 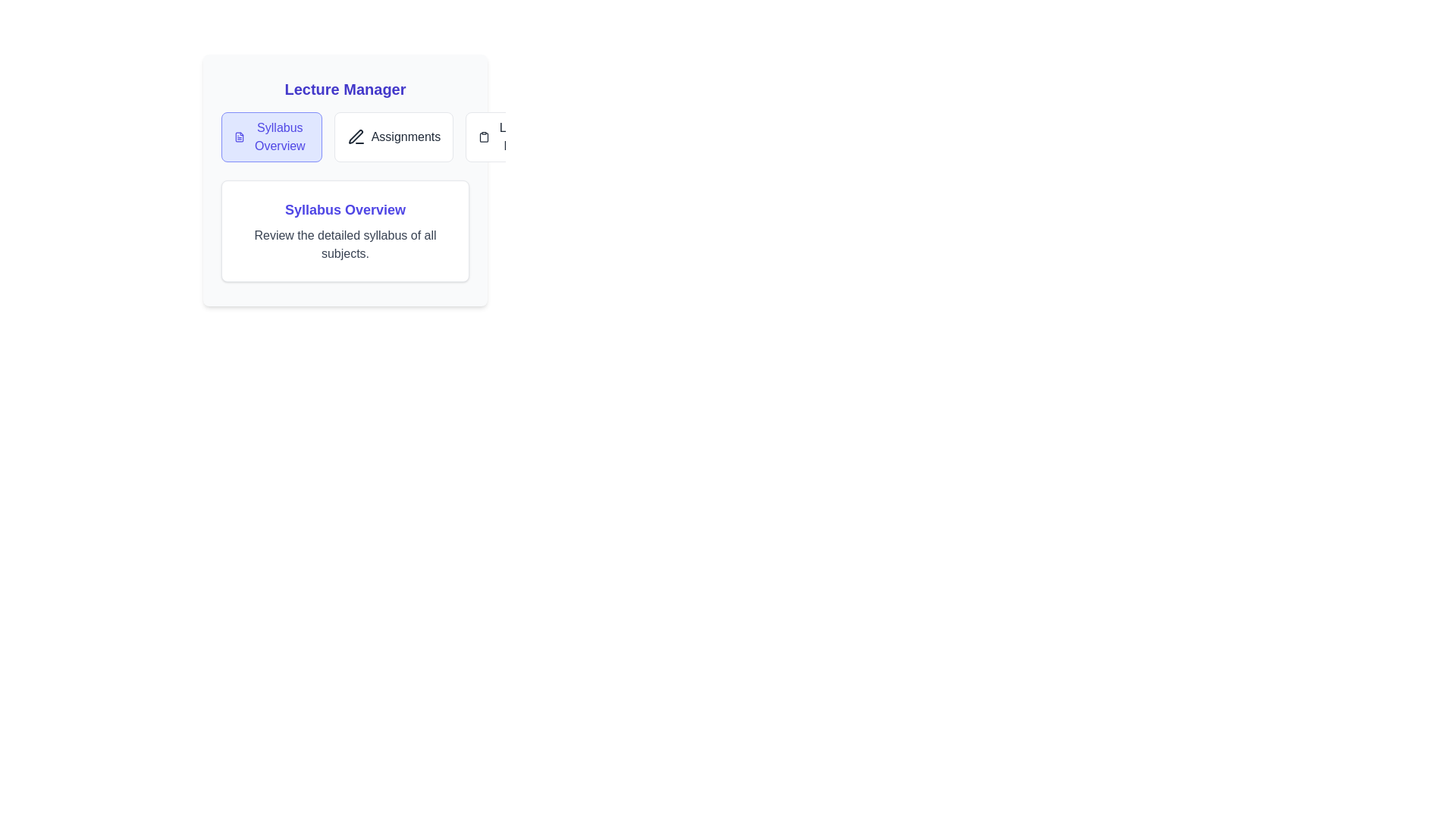 I want to click on the text element that reads 'Review the detailed syllabus of all subjects.' which is located below the header 'Syllabus Overview.', so click(x=344, y=244).